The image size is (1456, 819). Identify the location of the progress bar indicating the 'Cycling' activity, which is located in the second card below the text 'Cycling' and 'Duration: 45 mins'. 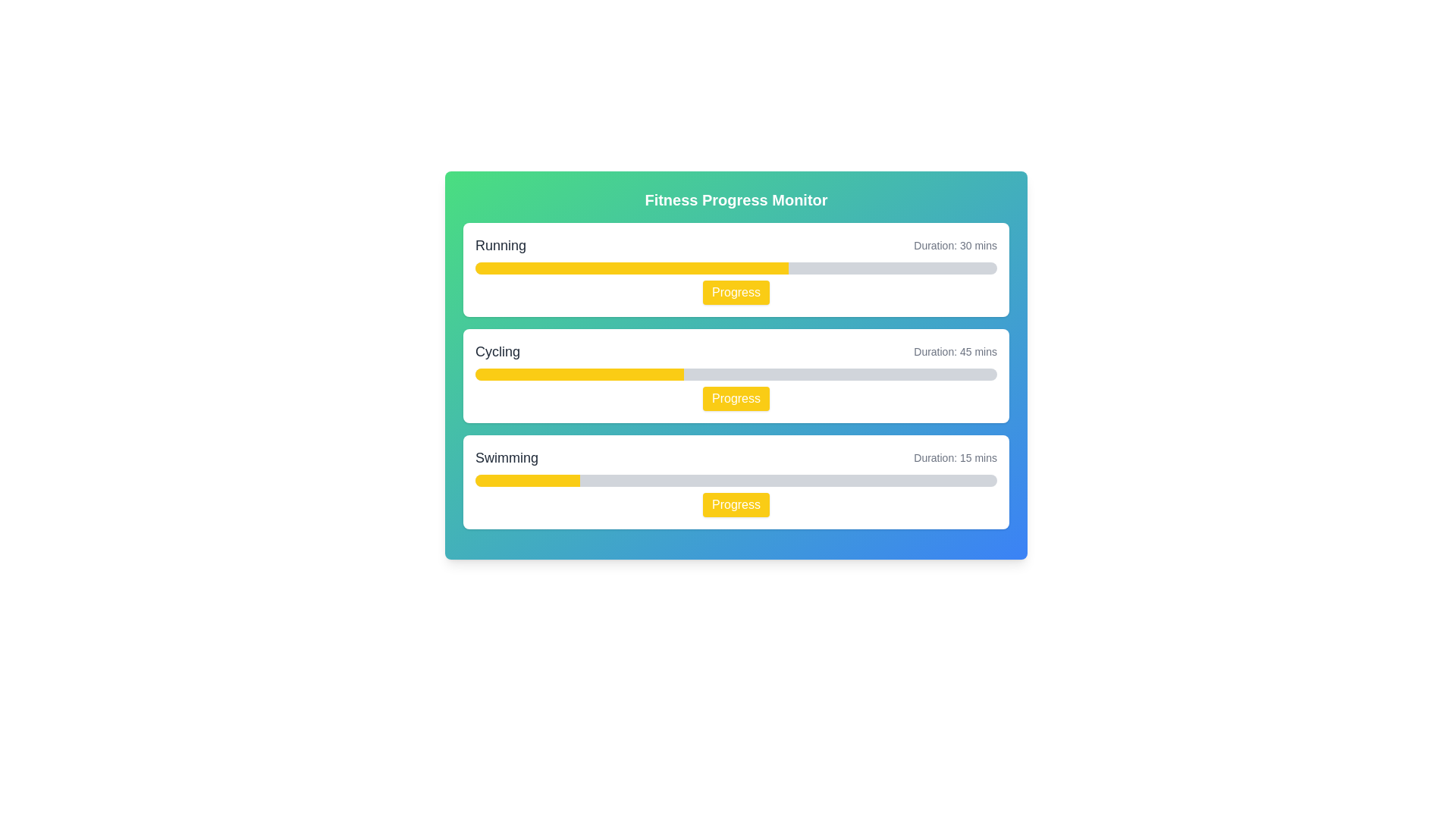
(736, 374).